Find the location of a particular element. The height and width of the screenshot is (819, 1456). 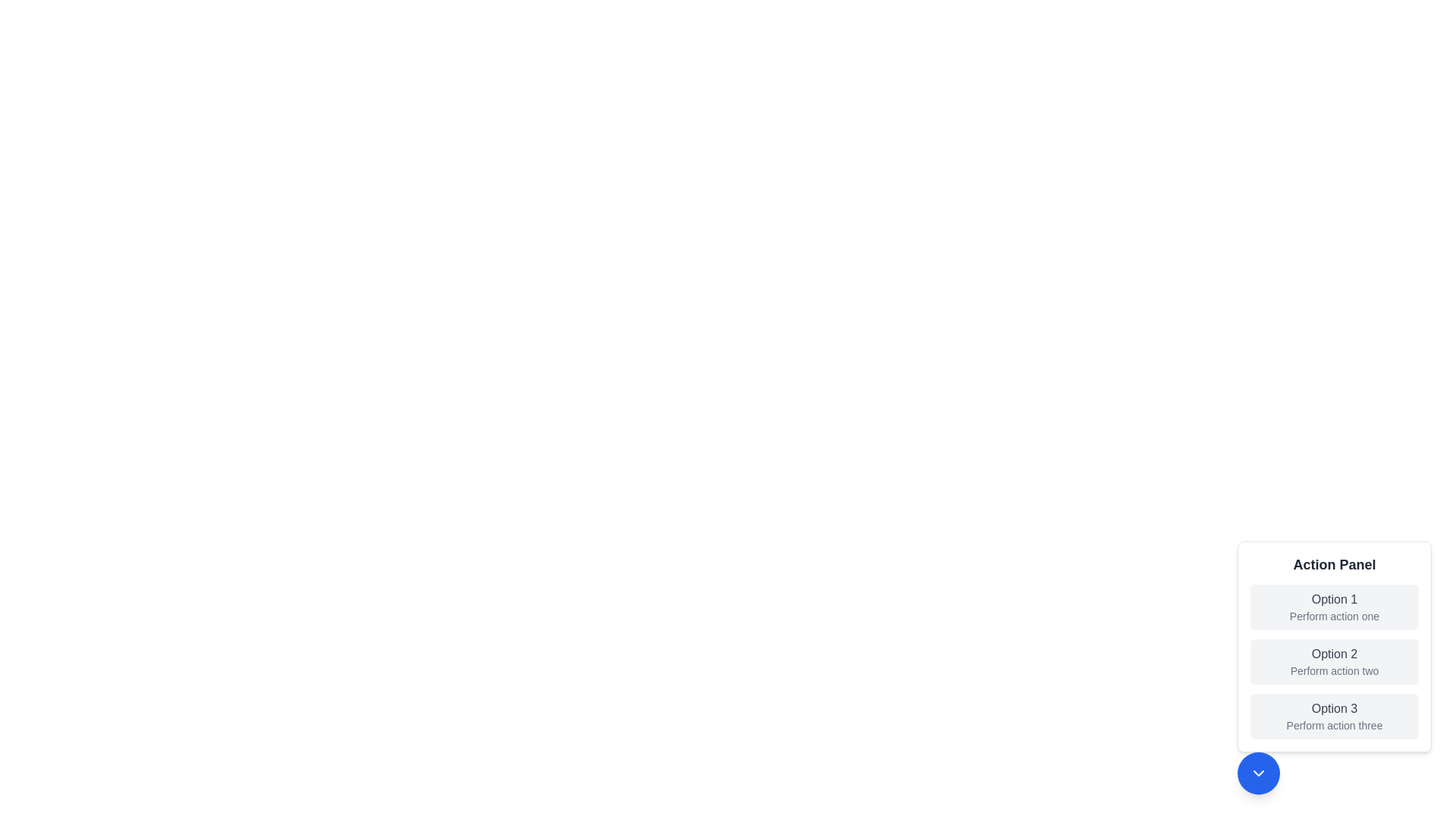

the button labeled 'Option 2' which has the text 'Perform action two' below it is located at coordinates (1335, 661).